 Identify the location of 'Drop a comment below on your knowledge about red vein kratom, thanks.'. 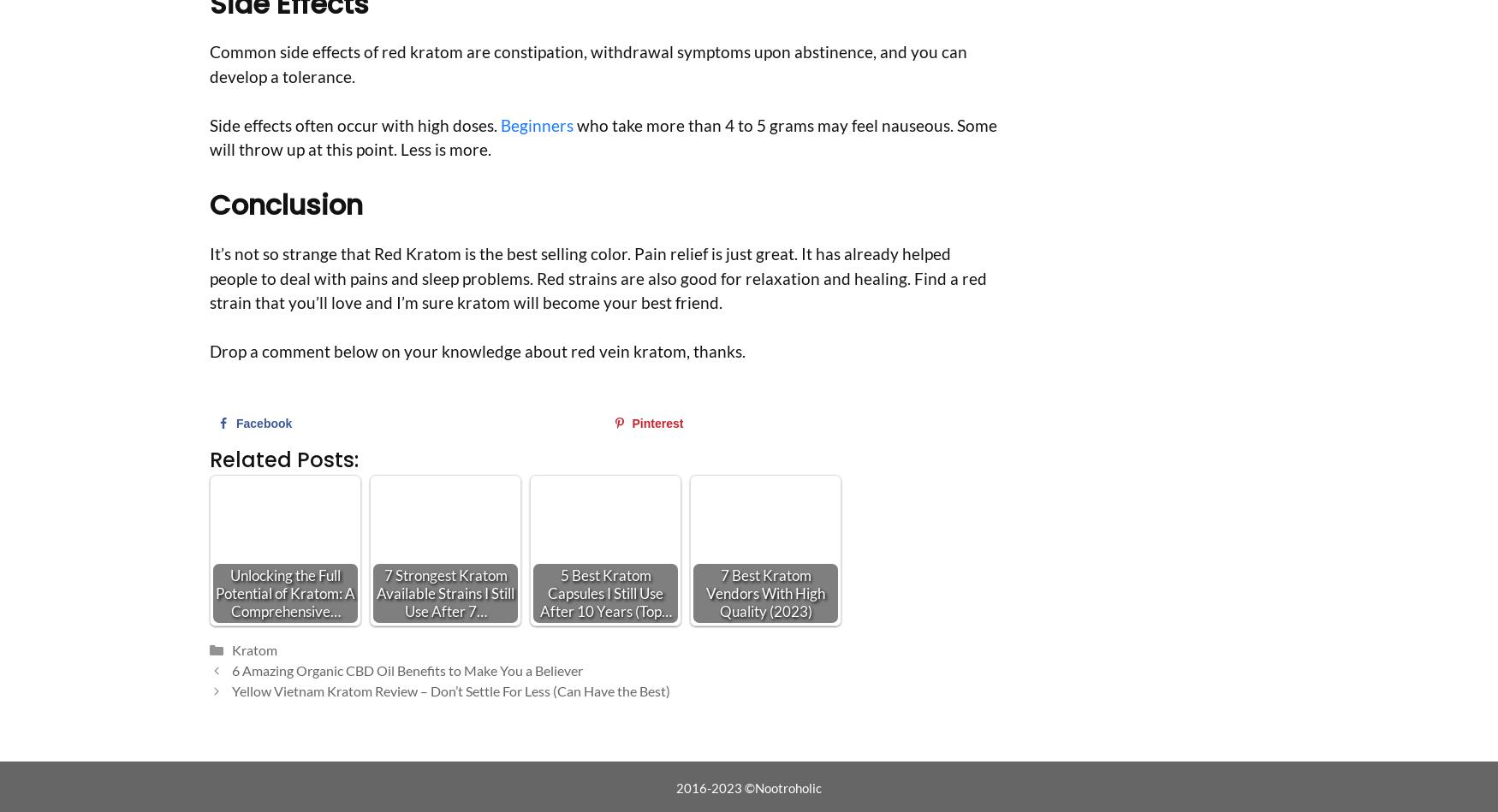
(477, 351).